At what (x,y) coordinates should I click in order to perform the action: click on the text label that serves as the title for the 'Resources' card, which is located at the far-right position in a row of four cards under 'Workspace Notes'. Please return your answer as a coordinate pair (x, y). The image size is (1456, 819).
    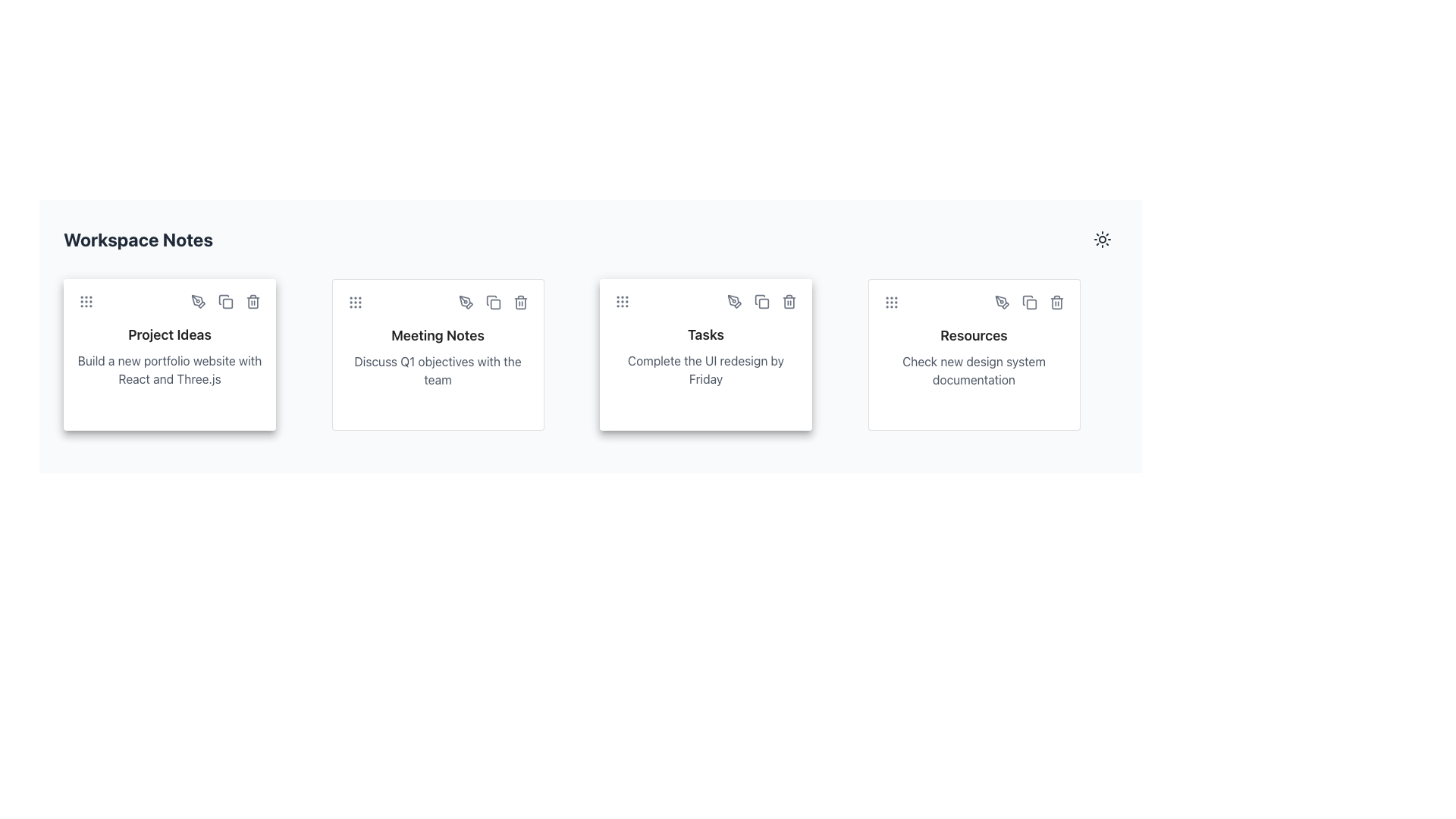
    Looking at the image, I should click on (974, 335).